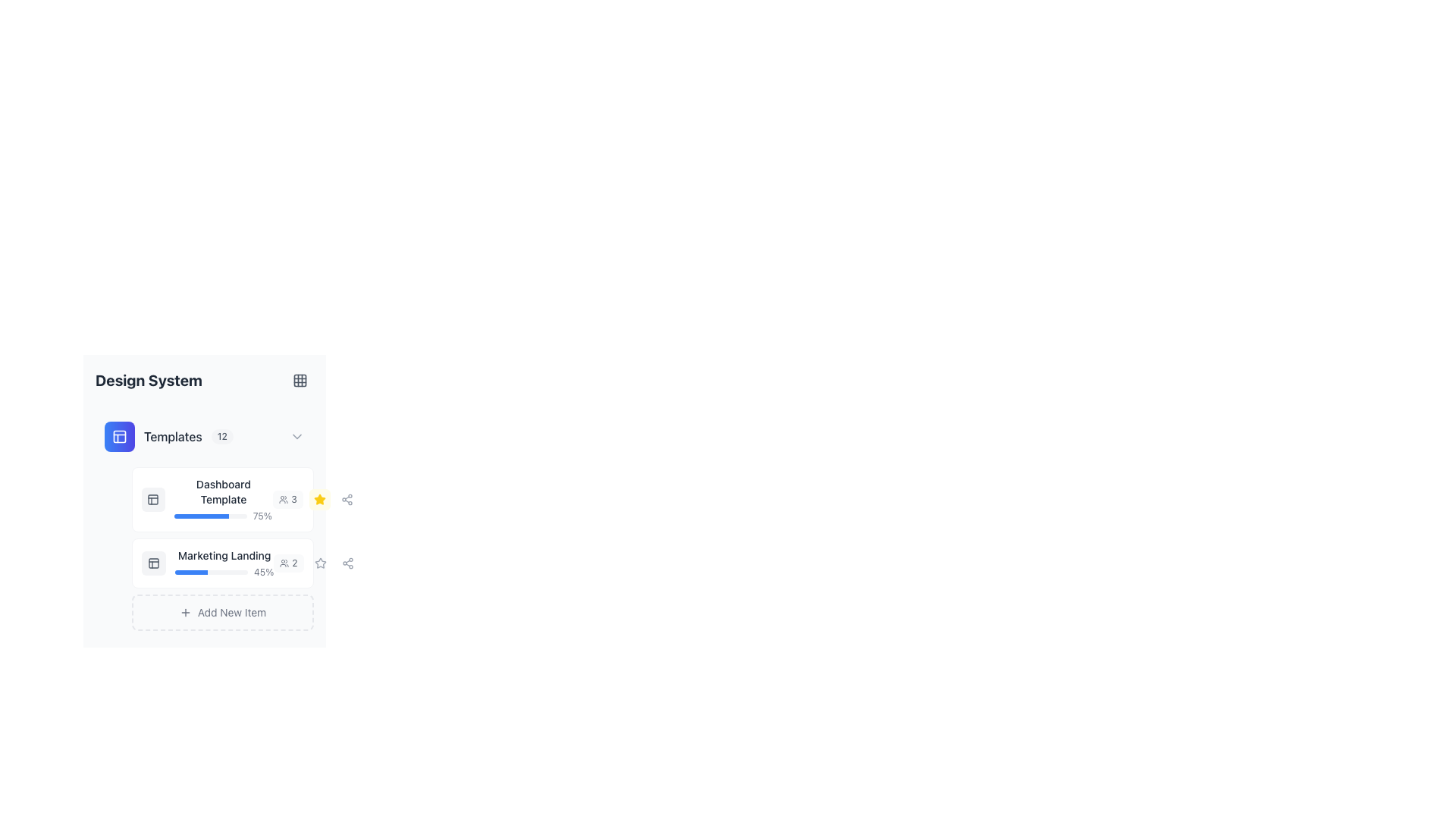  What do you see at coordinates (119, 436) in the screenshot?
I see `the three-panel layout icon, which is a small white icon within a blue gradient background, located to the left of the 'Templates' section header in the sidebar` at bounding box center [119, 436].